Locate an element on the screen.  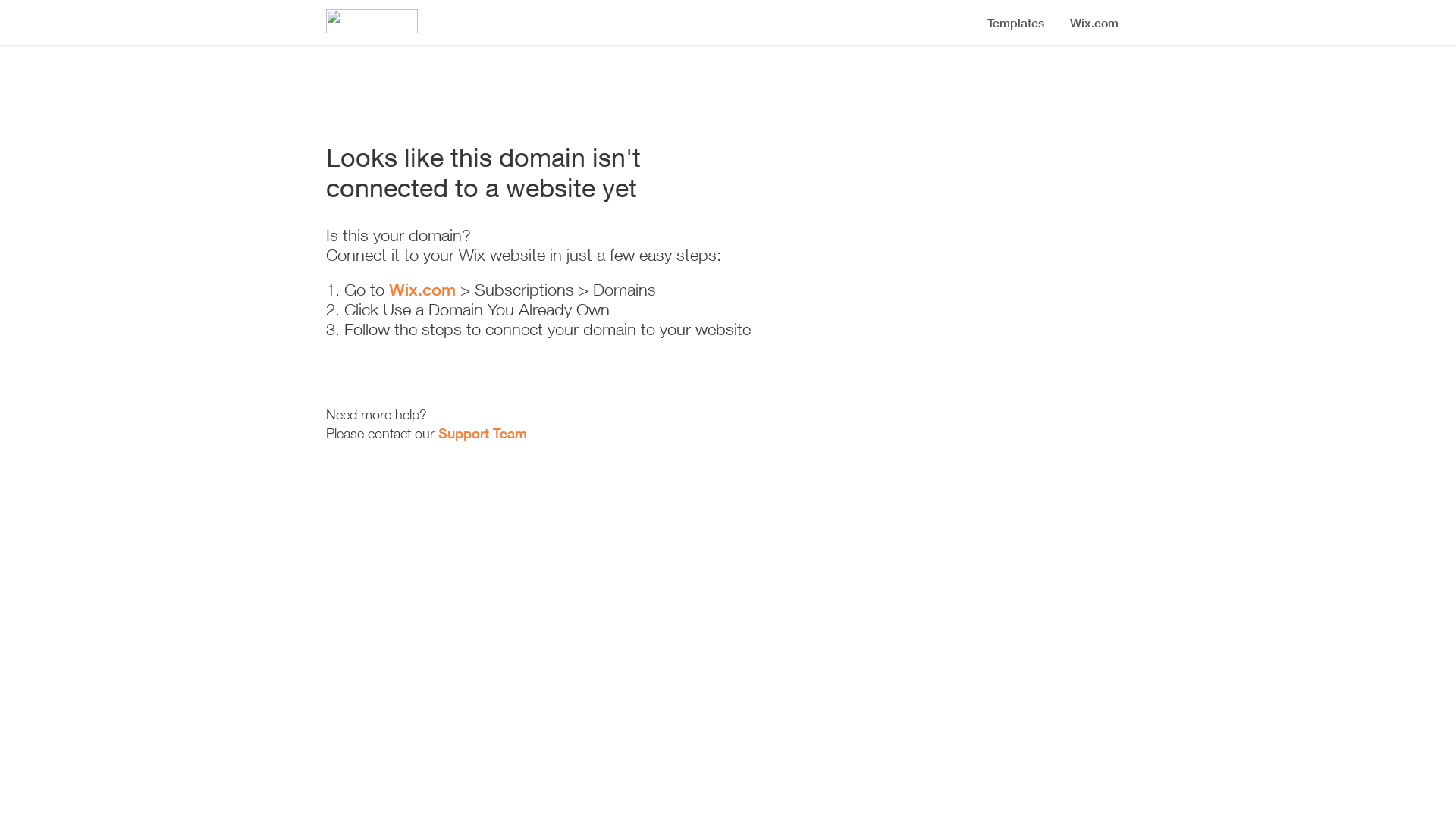
'Support Team' is located at coordinates (482, 432).